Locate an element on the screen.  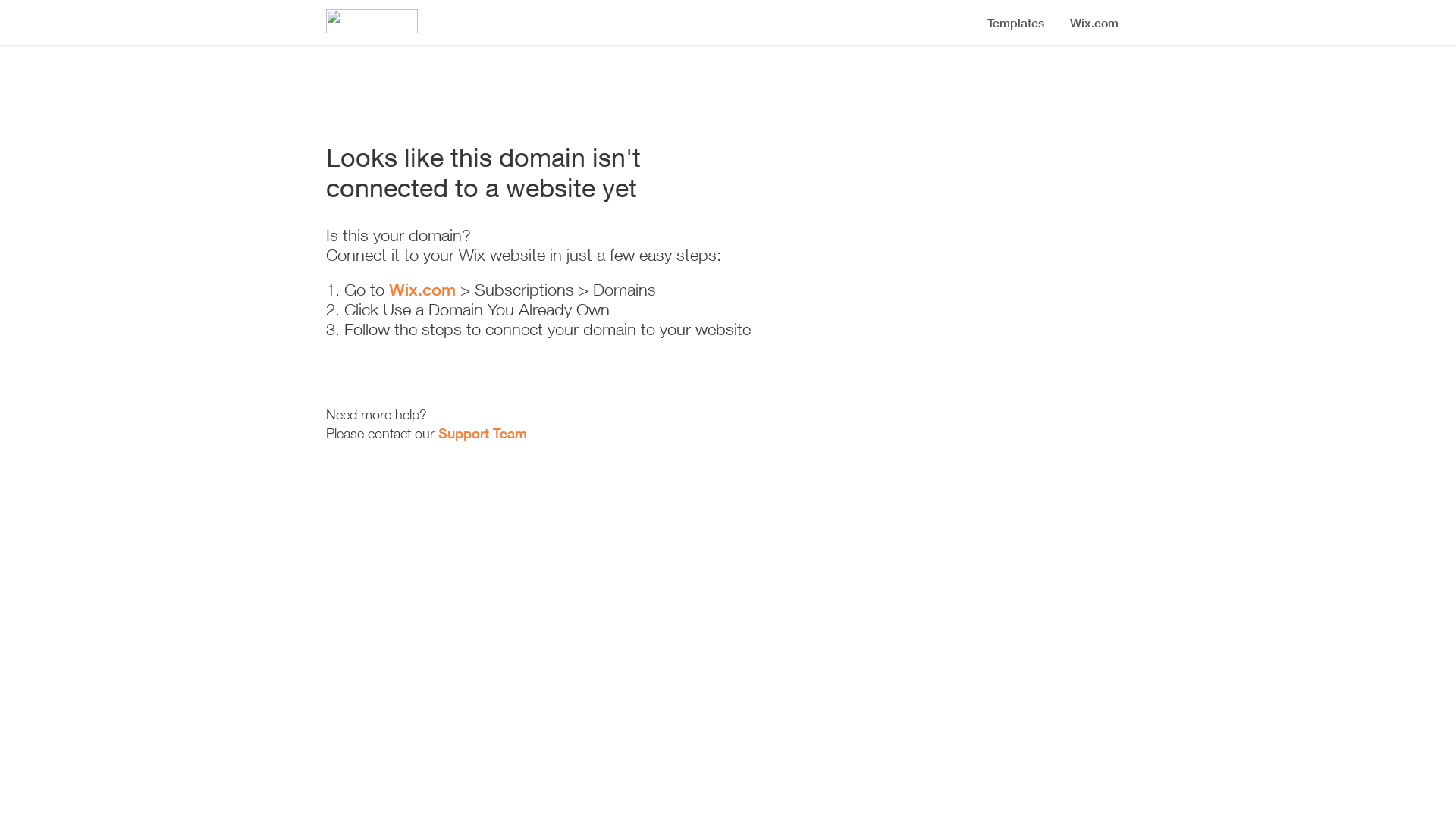
'Support Team' is located at coordinates (482, 432).